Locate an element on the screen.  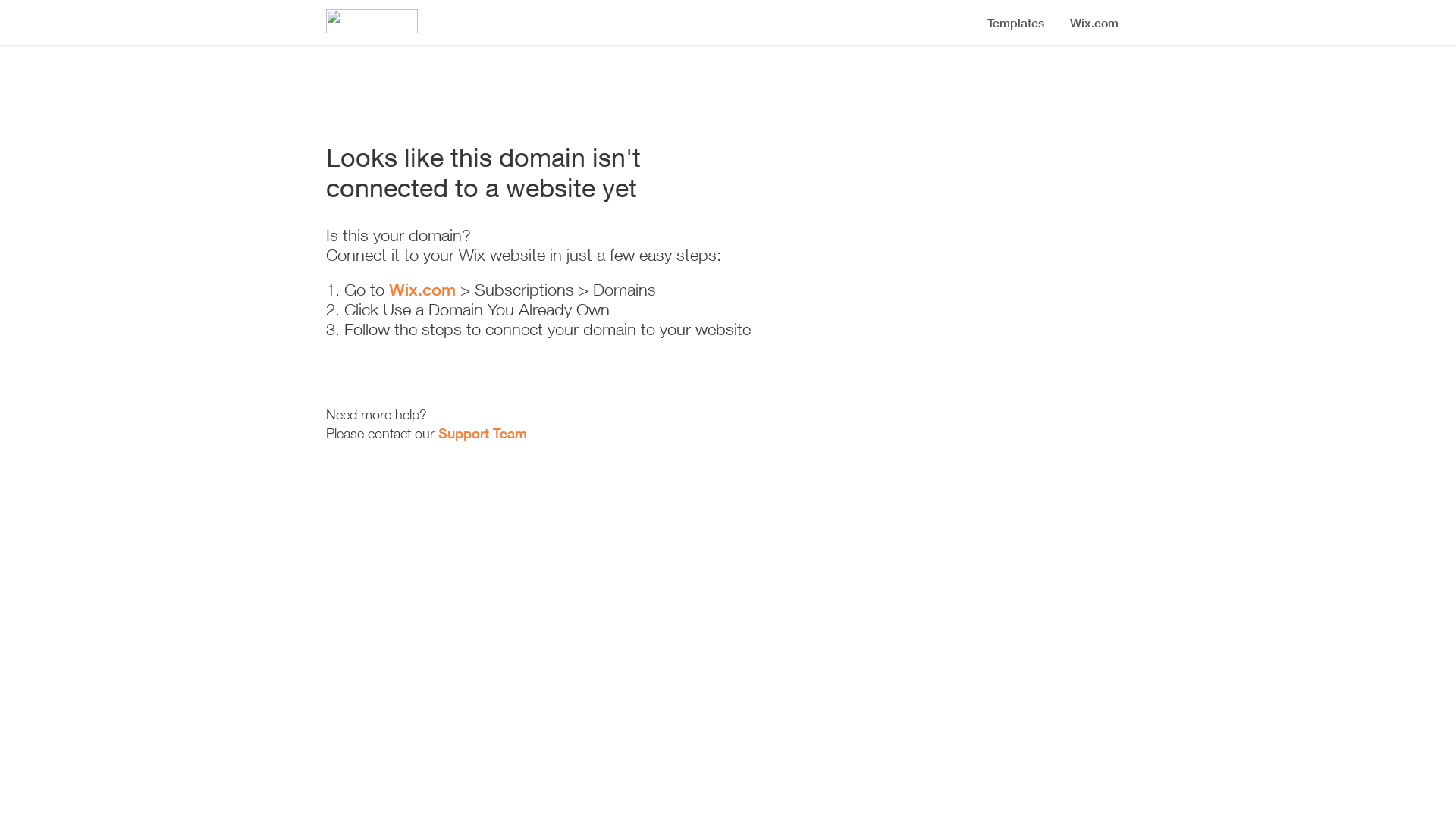
'Support Team' is located at coordinates (482, 432).